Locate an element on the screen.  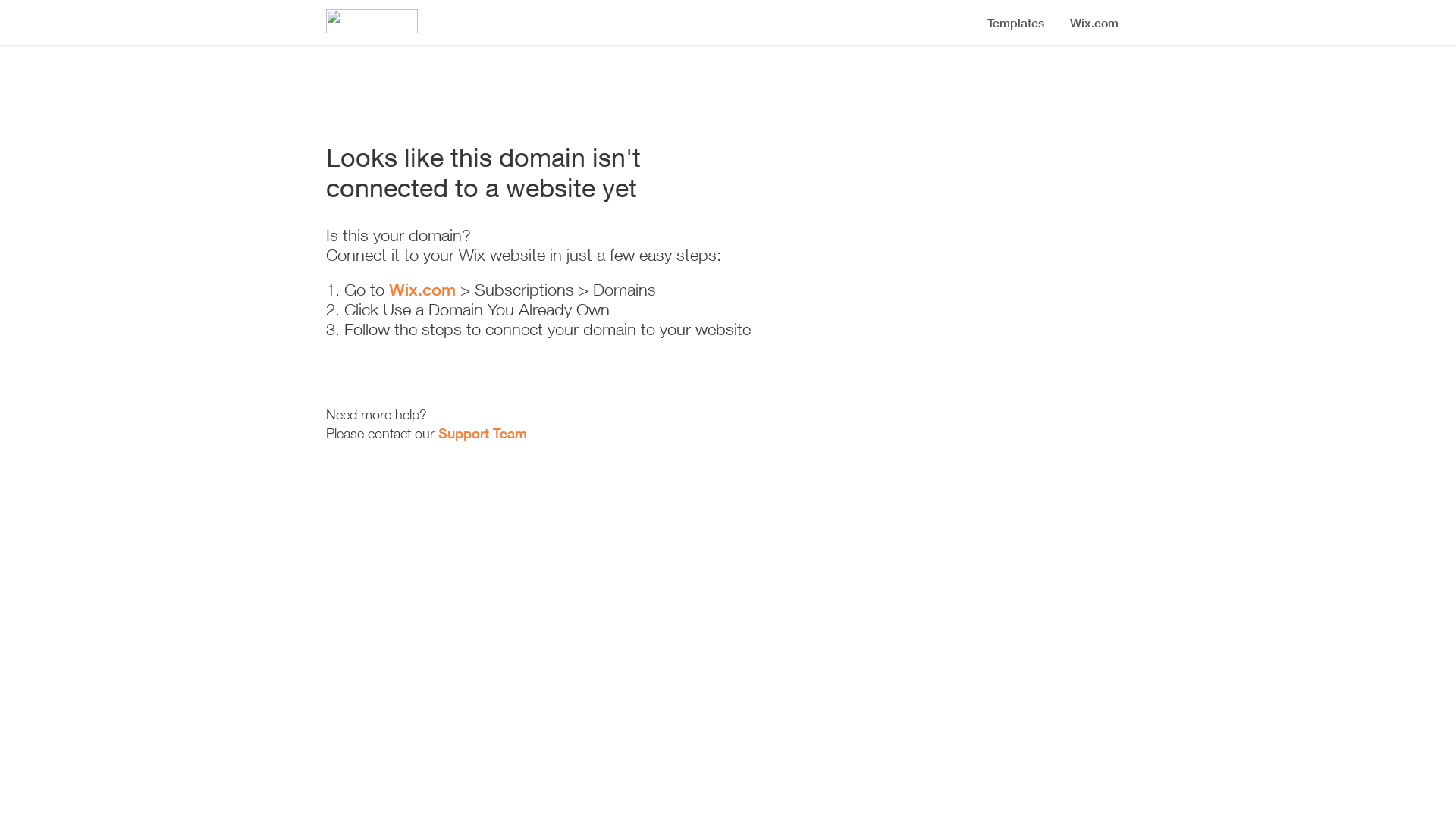
'Support Team' is located at coordinates (482, 432).